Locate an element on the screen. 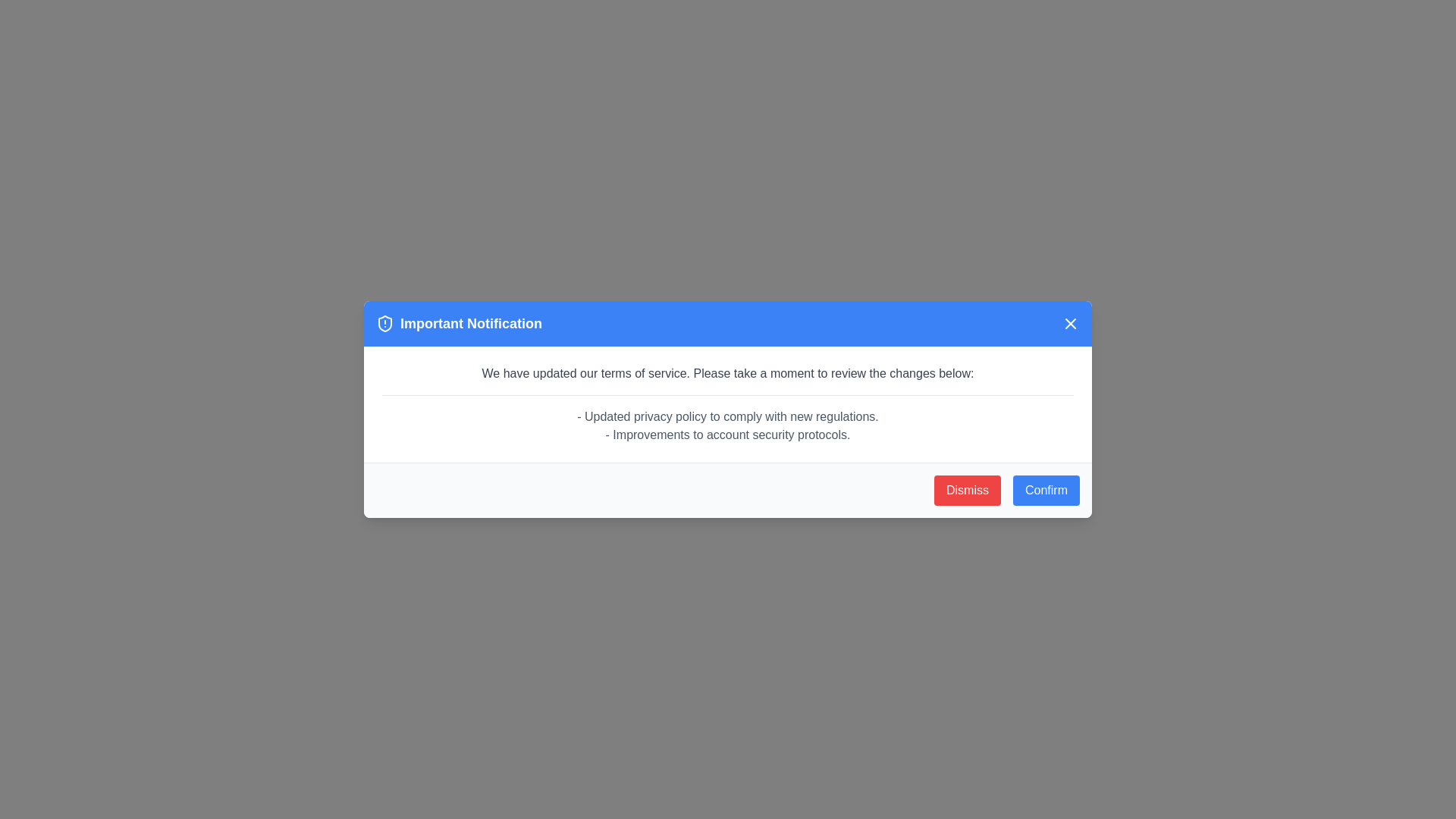  the 'Confirm' button to acknowledge the notification is located at coordinates (1045, 491).